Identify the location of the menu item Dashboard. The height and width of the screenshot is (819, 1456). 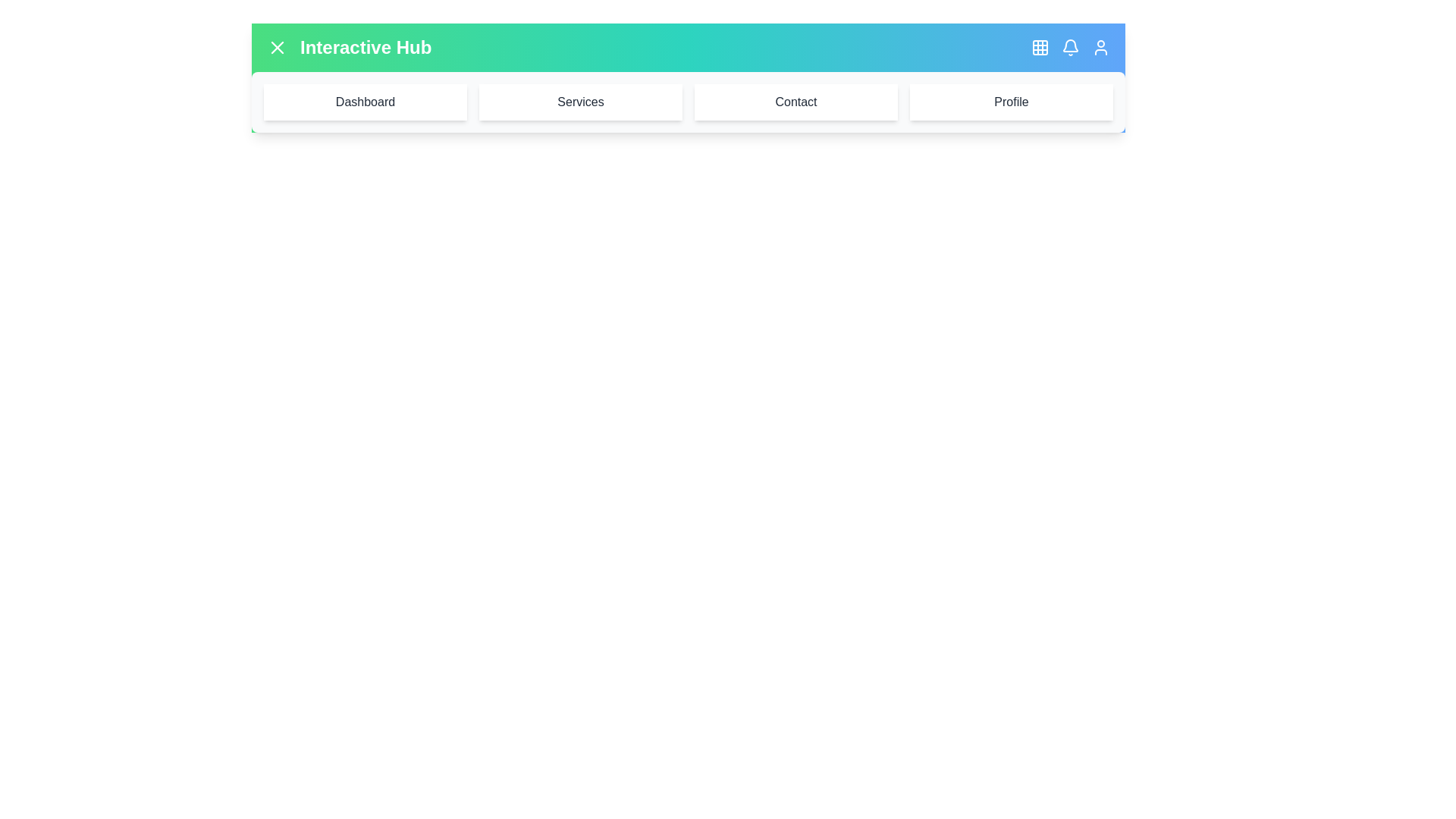
(365, 102).